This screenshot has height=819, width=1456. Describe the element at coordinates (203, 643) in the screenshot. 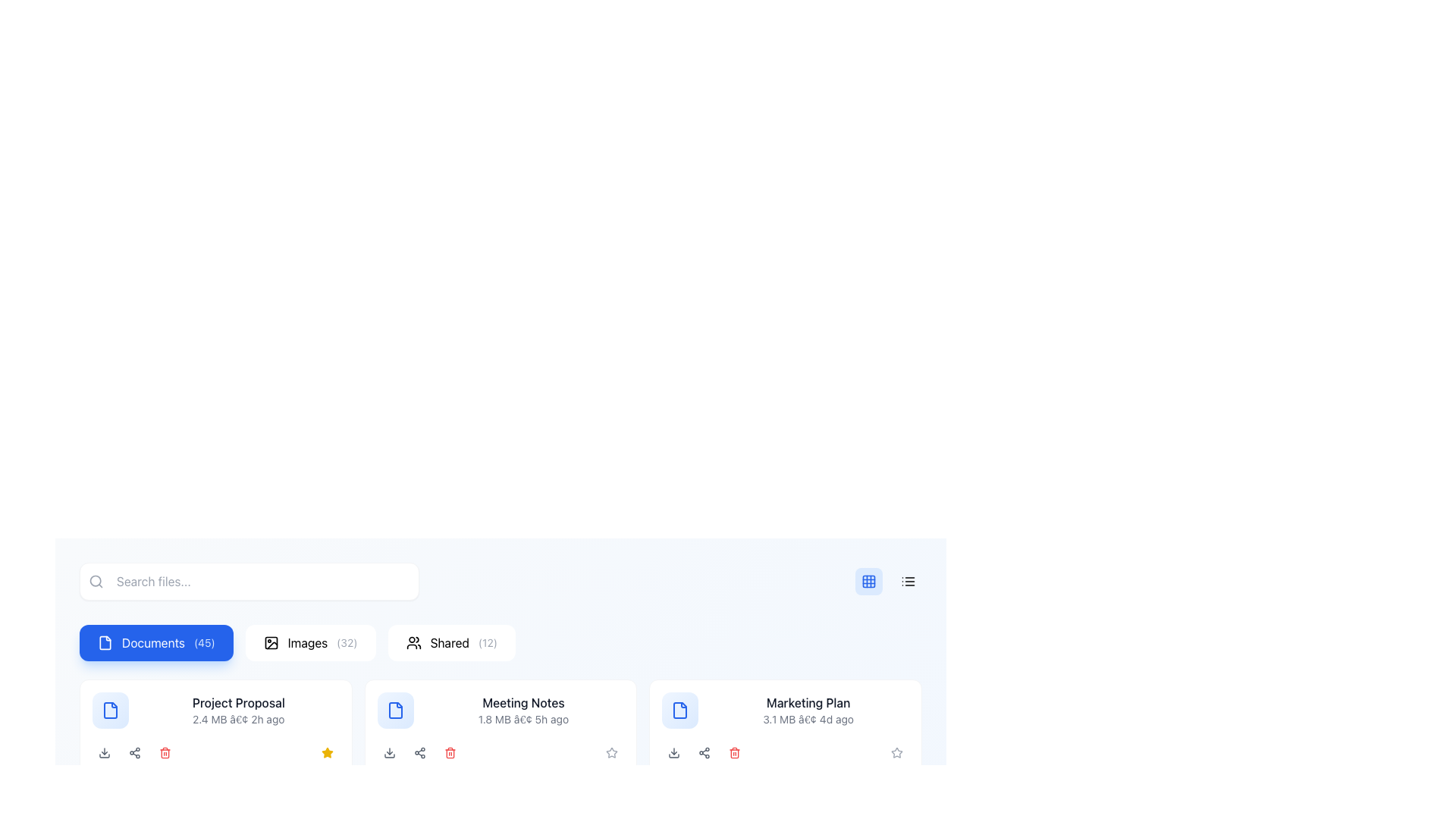

I see `the text label displaying the number '(45)' that is styled with a light blue font color, located to the right of the 'Documents' label within a blue button` at that location.